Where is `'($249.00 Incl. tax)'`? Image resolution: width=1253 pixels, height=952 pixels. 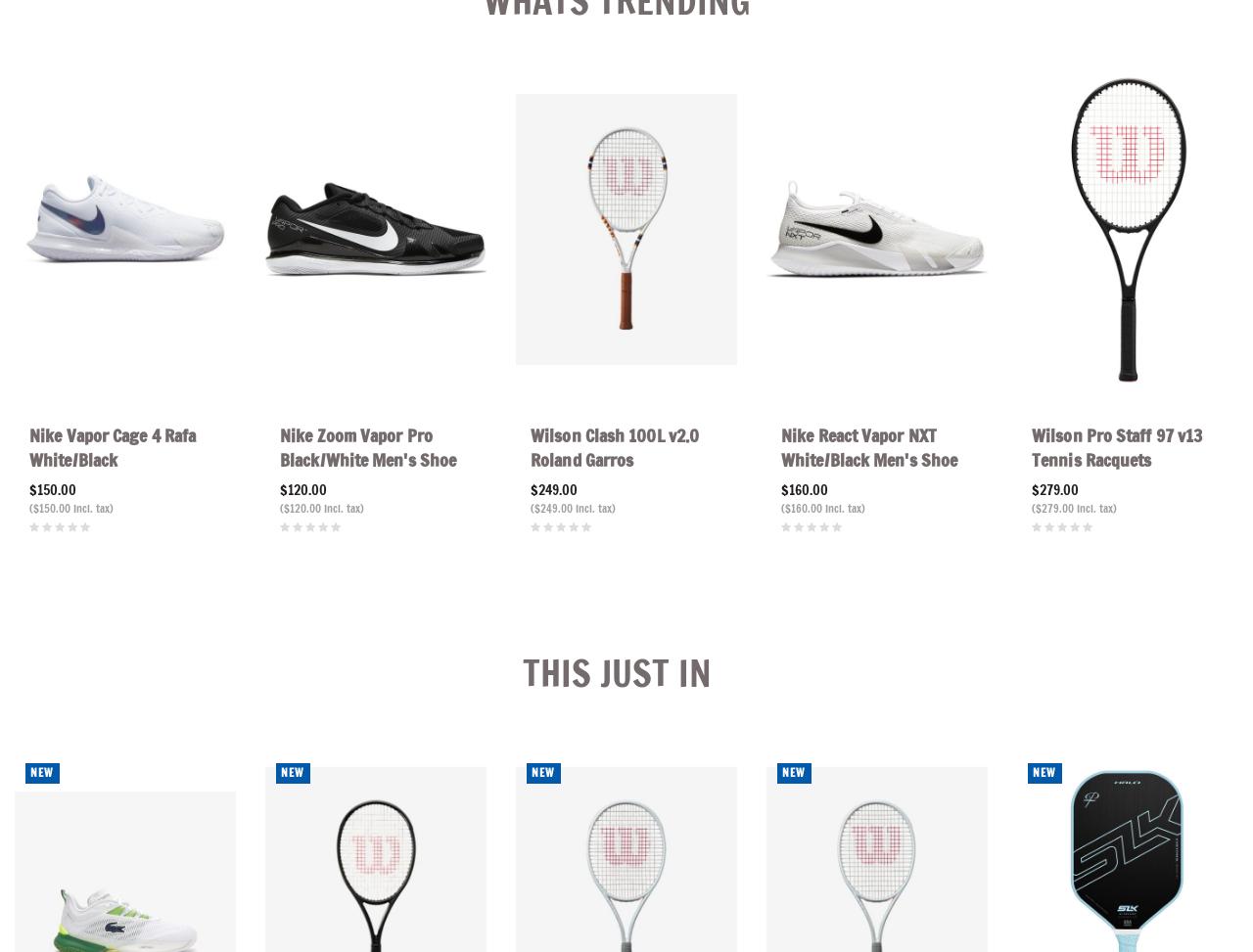
'($249.00 Incl. tax)' is located at coordinates (572, 507).